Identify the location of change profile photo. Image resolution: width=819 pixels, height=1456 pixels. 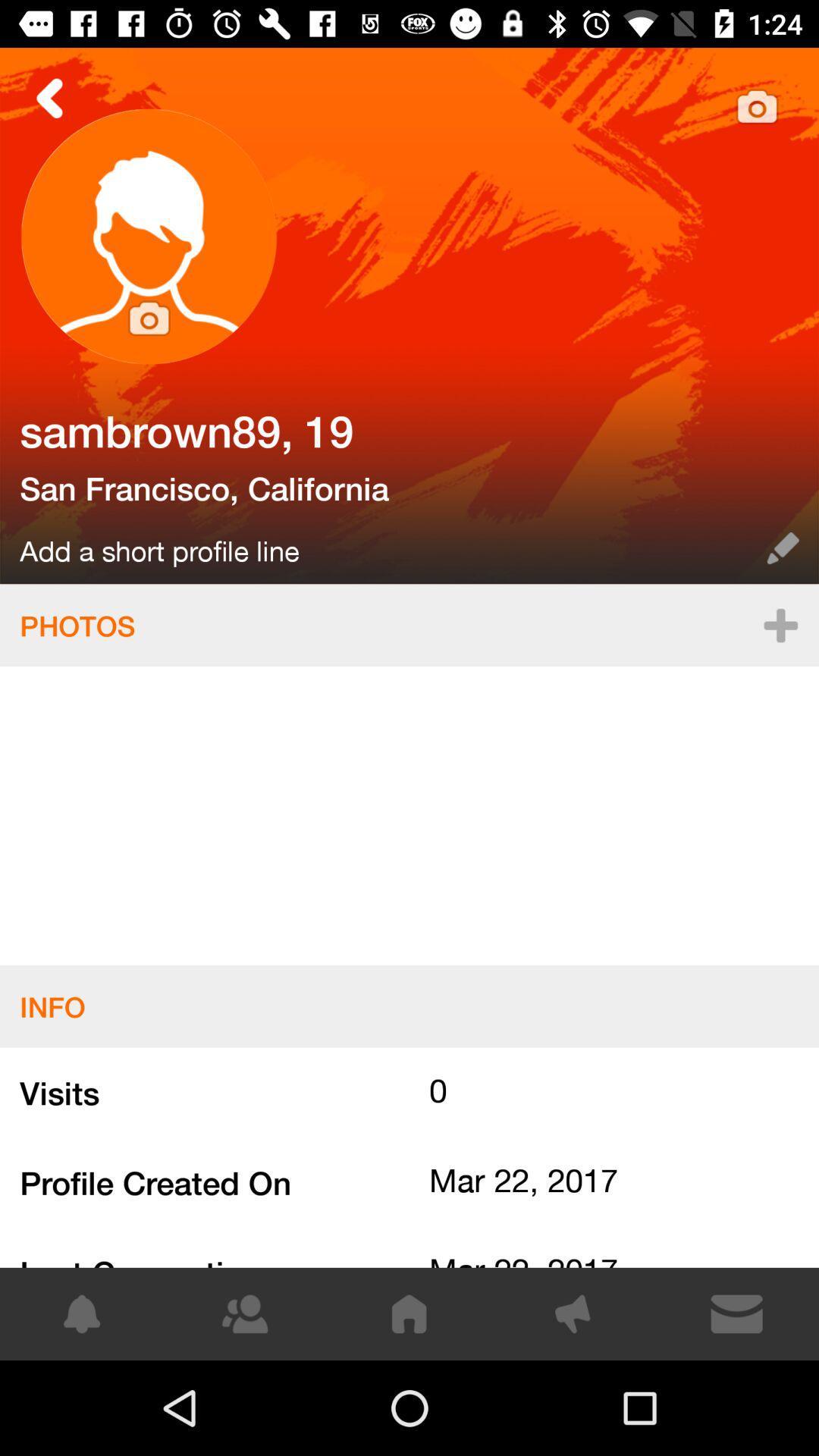
(149, 236).